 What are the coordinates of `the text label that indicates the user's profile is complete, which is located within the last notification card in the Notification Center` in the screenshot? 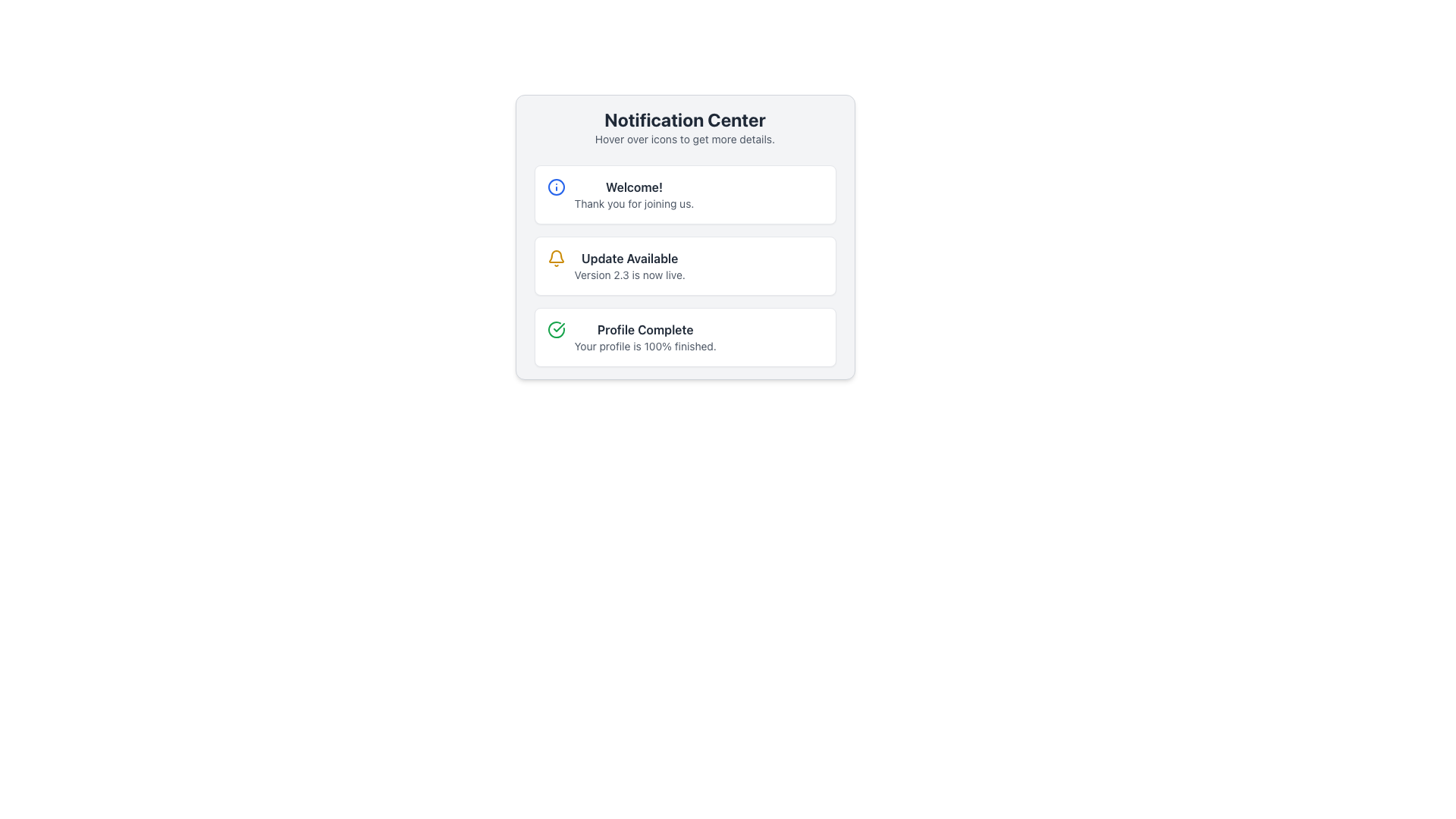 It's located at (645, 329).